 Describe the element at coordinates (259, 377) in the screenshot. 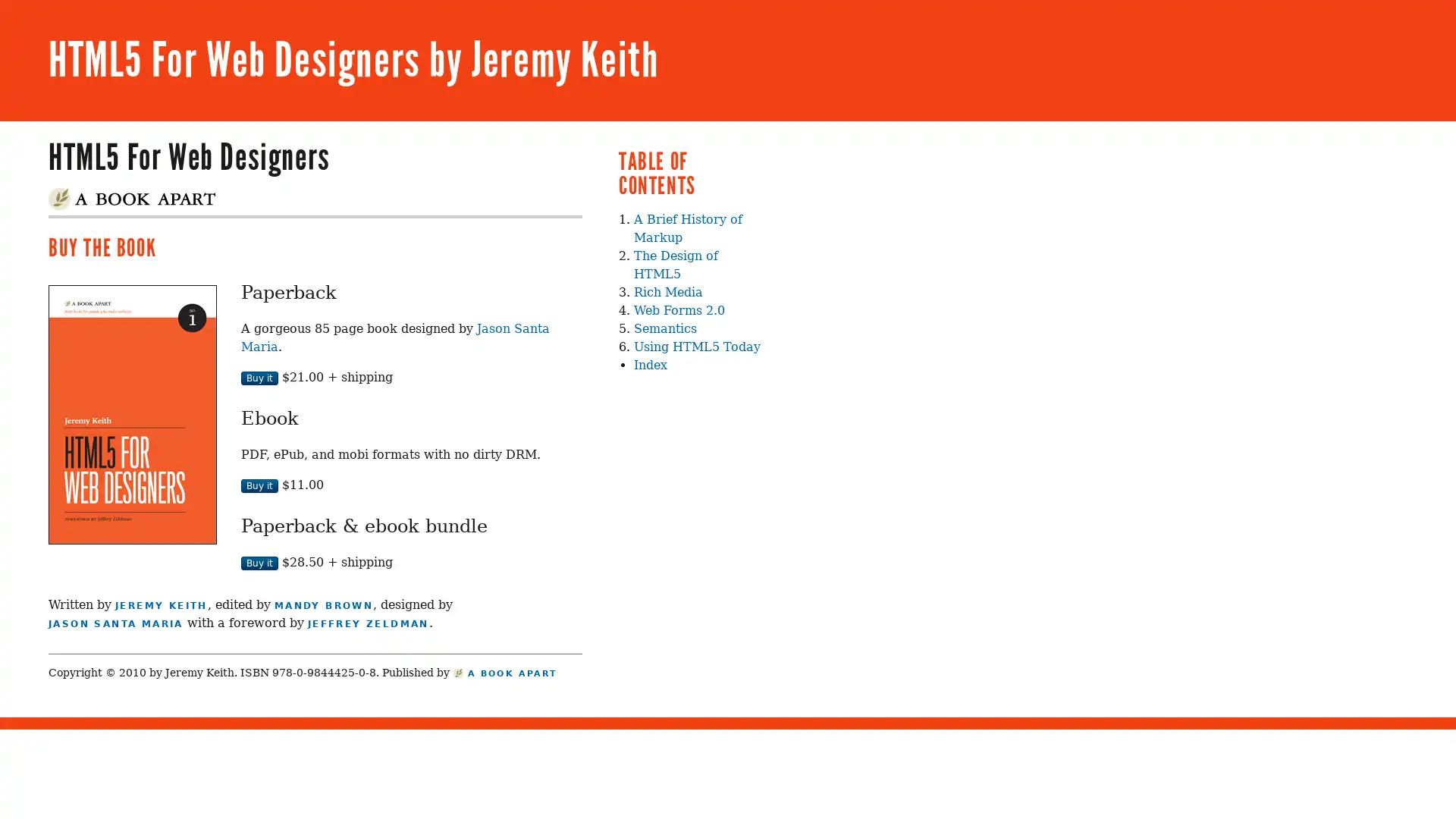

I see `$21.00 + shipping` at that location.